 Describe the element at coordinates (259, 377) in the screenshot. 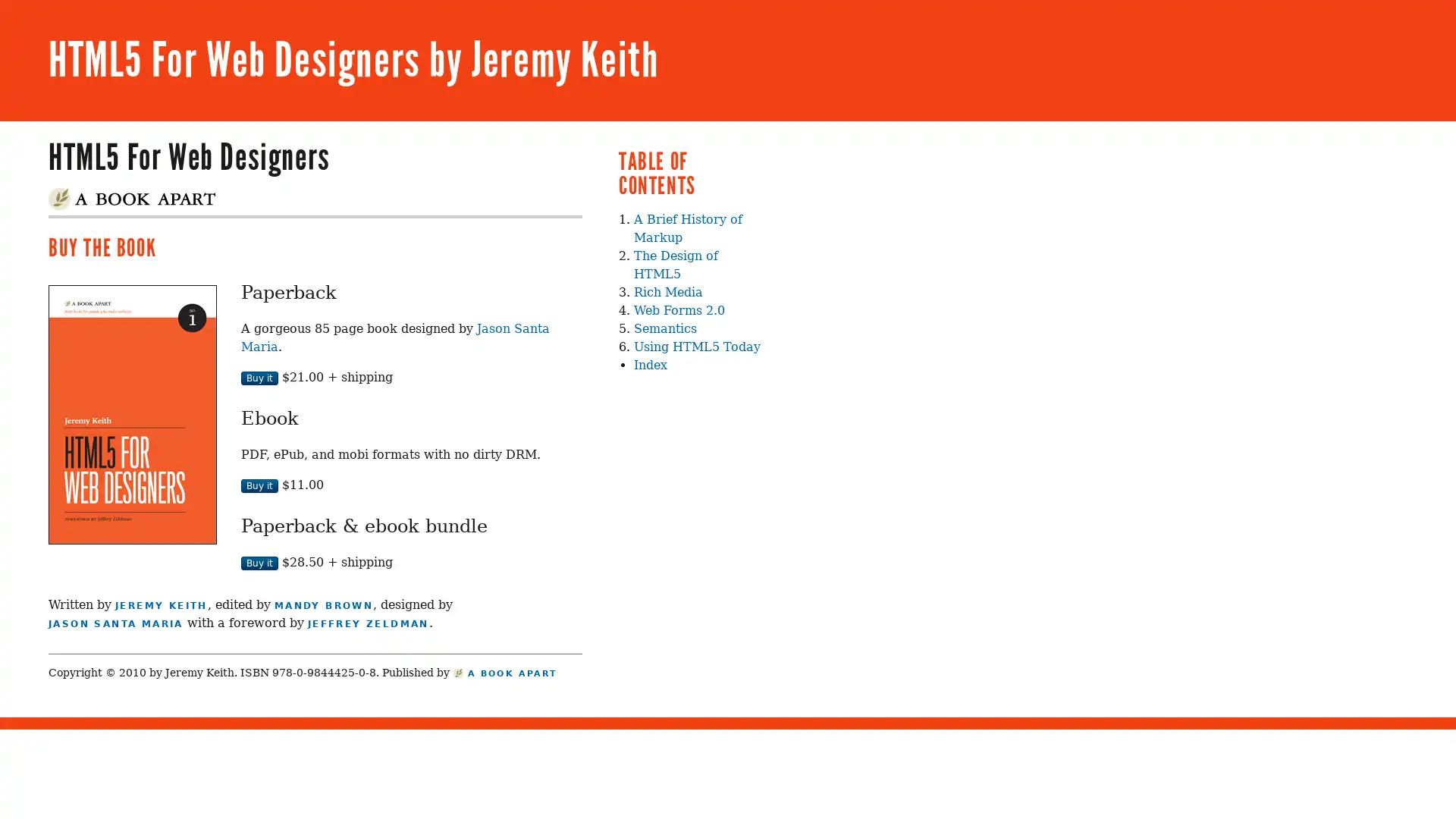

I see `$21.00 + shipping` at that location.